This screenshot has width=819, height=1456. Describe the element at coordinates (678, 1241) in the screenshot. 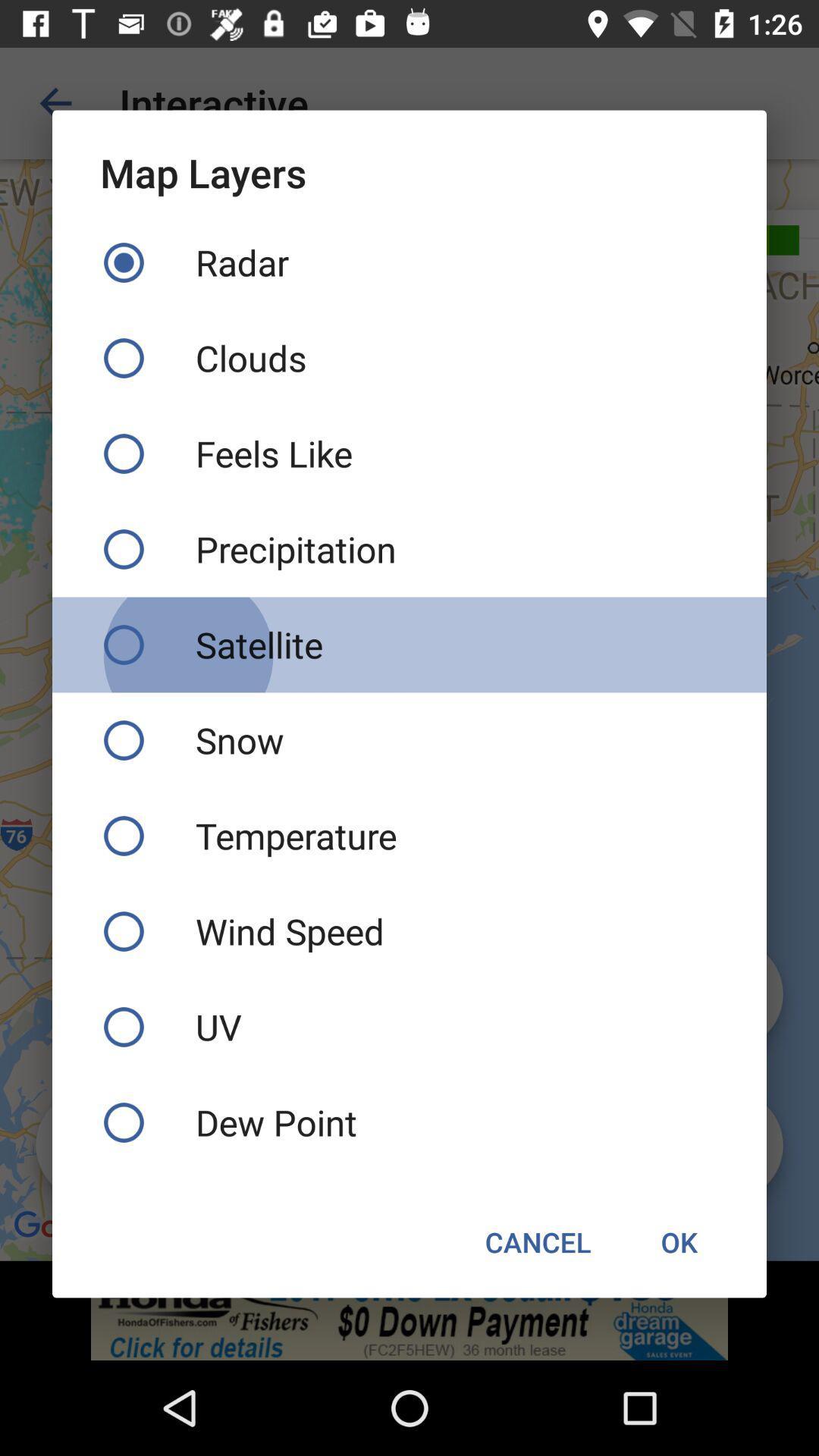

I see `item at the bottom right corner` at that location.